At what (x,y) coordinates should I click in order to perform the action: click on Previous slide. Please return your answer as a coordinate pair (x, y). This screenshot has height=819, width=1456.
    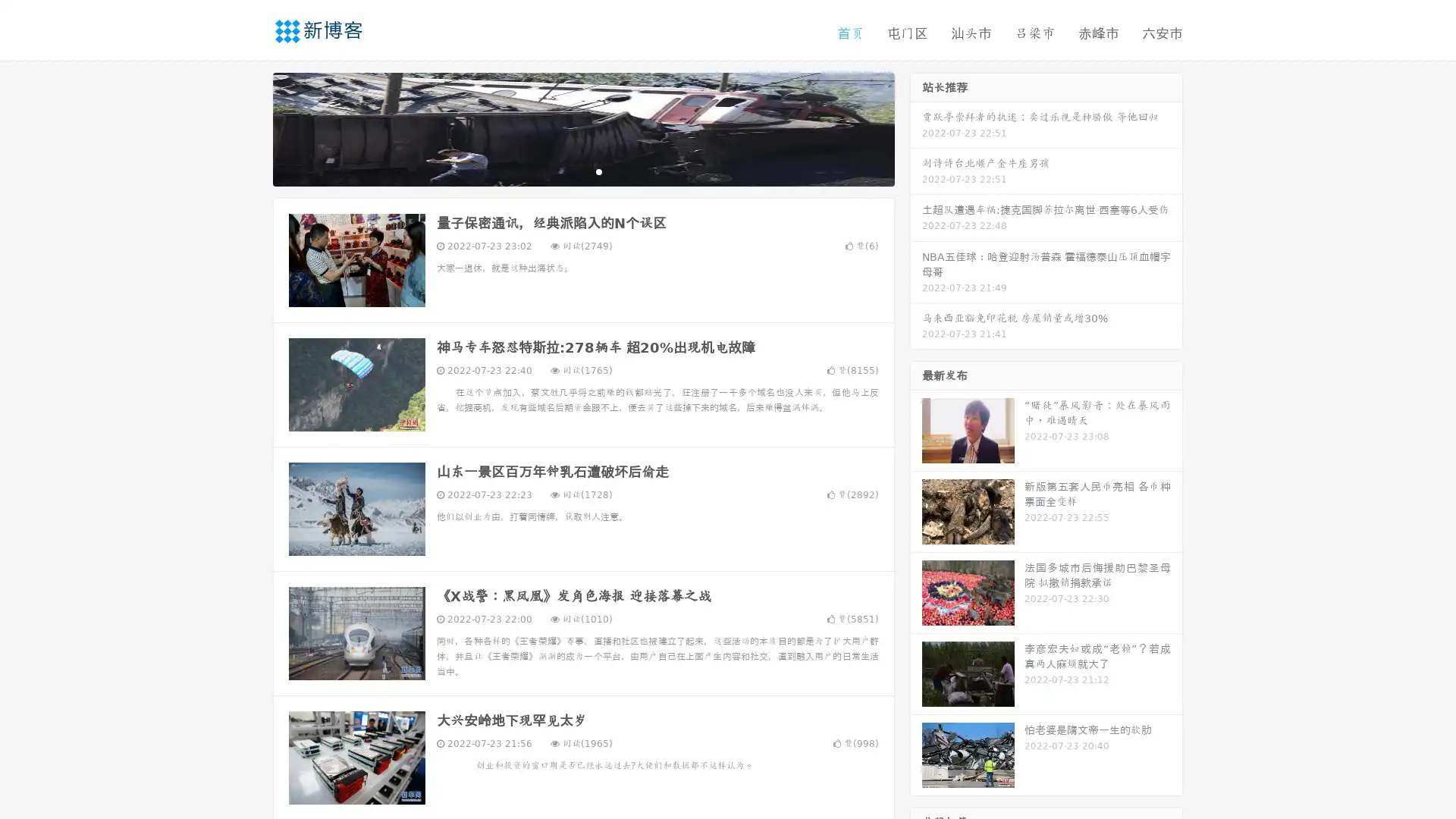
    Looking at the image, I should click on (250, 127).